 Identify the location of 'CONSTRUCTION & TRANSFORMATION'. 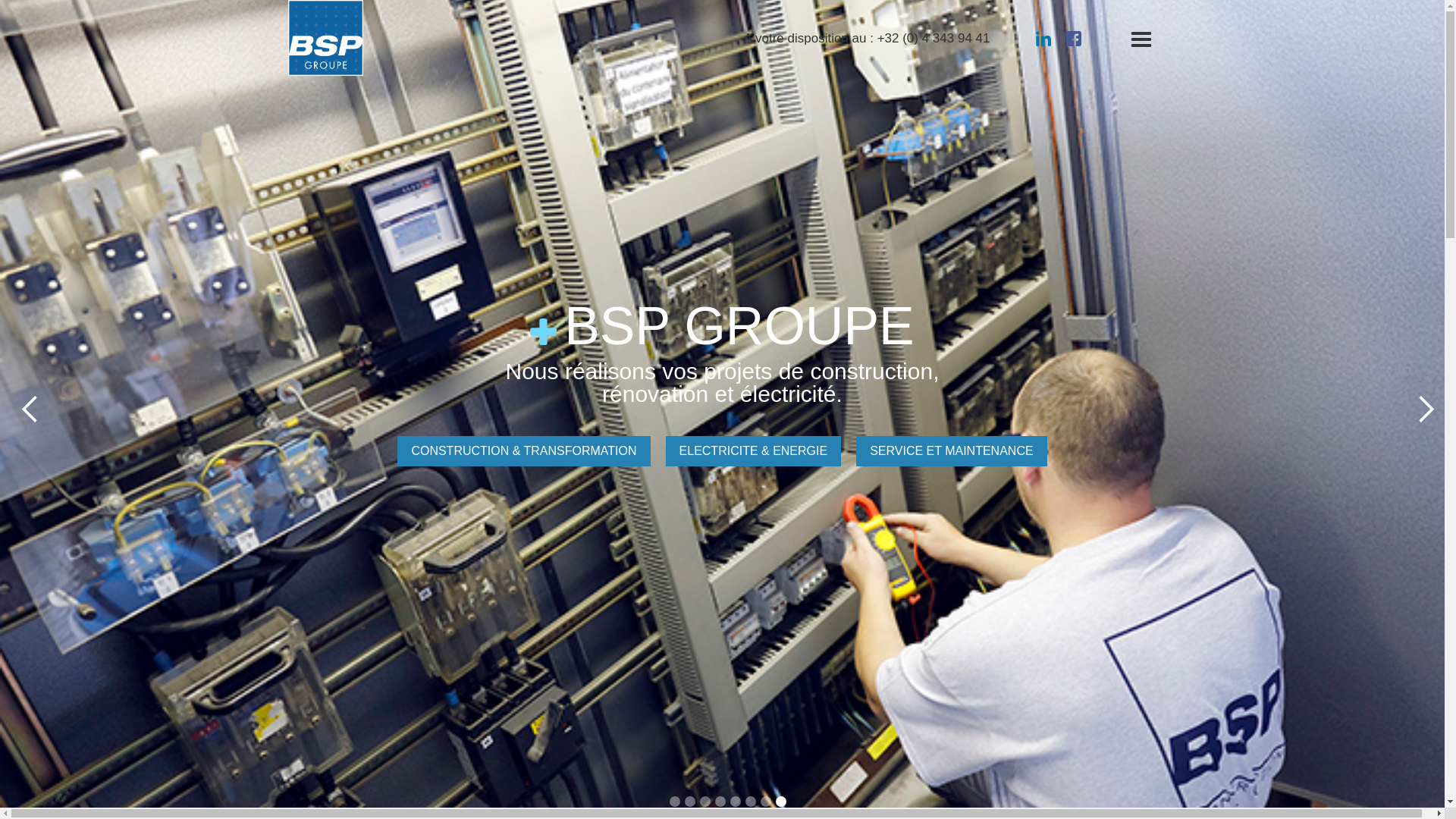
(523, 450).